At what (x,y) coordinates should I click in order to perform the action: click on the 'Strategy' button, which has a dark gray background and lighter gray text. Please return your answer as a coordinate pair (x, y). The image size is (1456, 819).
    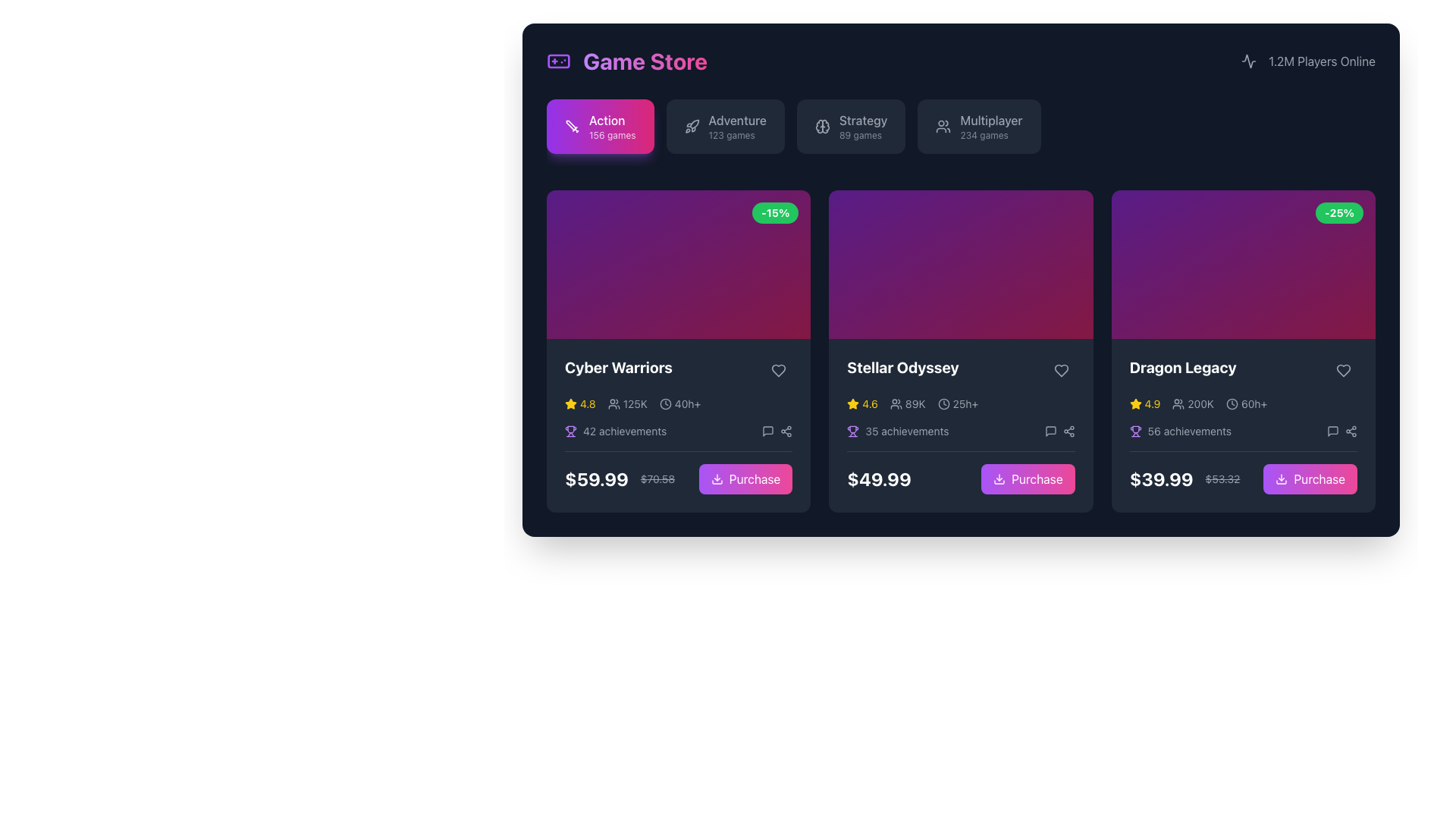
    Looking at the image, I should click on (851, 125).